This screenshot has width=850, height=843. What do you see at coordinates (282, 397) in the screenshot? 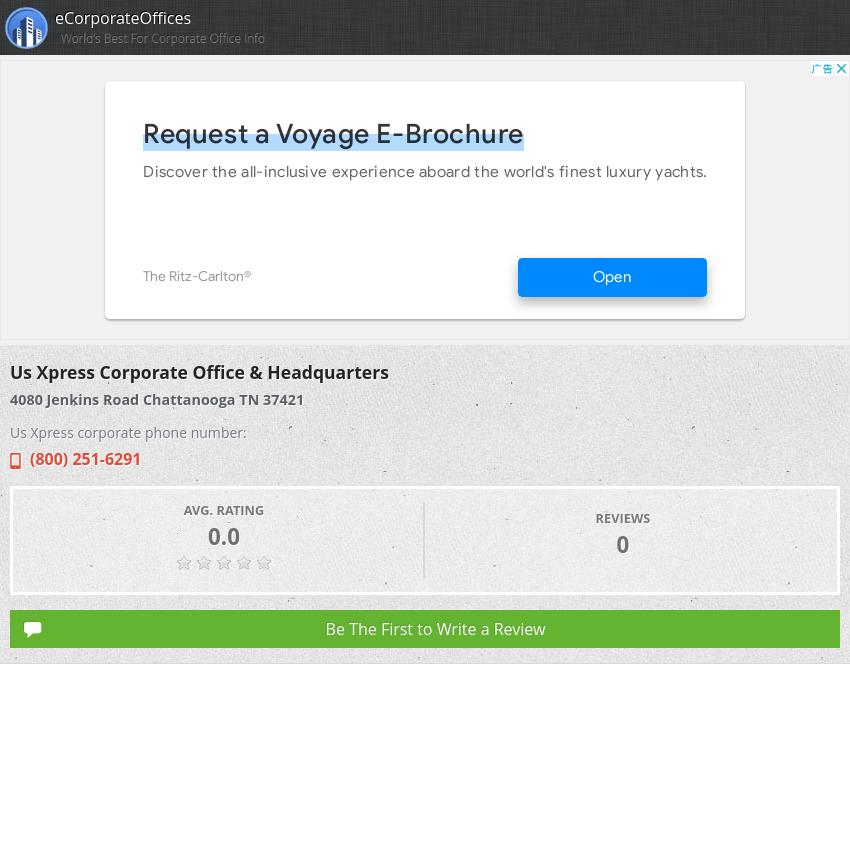
I see `'37421'` at bounding box center [282, 397].